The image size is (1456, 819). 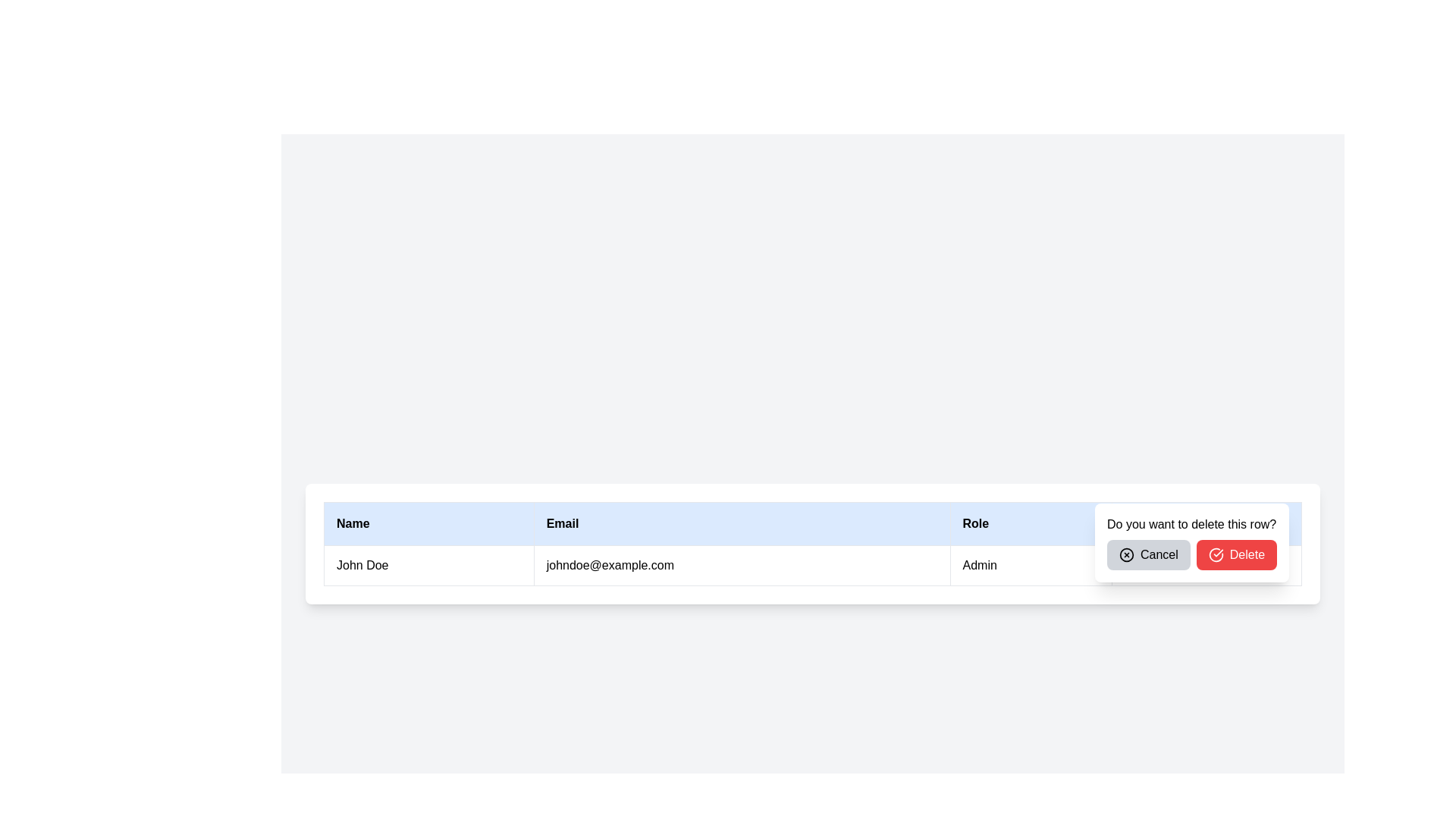 I want to click on the circular icon with a checkmark inside, so click(x=1216, y=554).